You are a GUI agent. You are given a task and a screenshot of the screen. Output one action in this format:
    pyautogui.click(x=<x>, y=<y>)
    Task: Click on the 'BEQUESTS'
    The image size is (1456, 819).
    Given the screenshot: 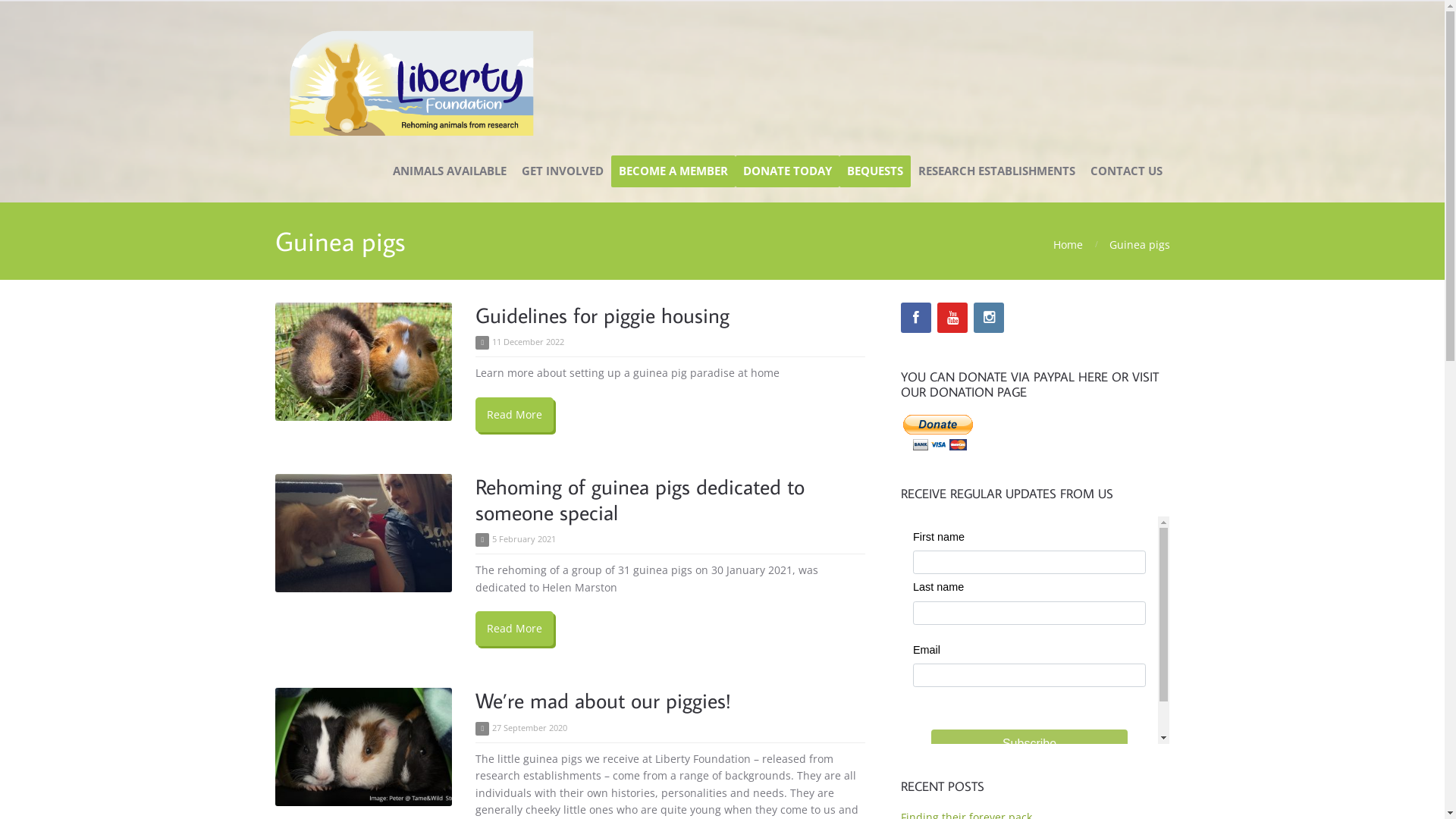 What is the action you would take?
    pyautogui.click(x=874, y=171)
    